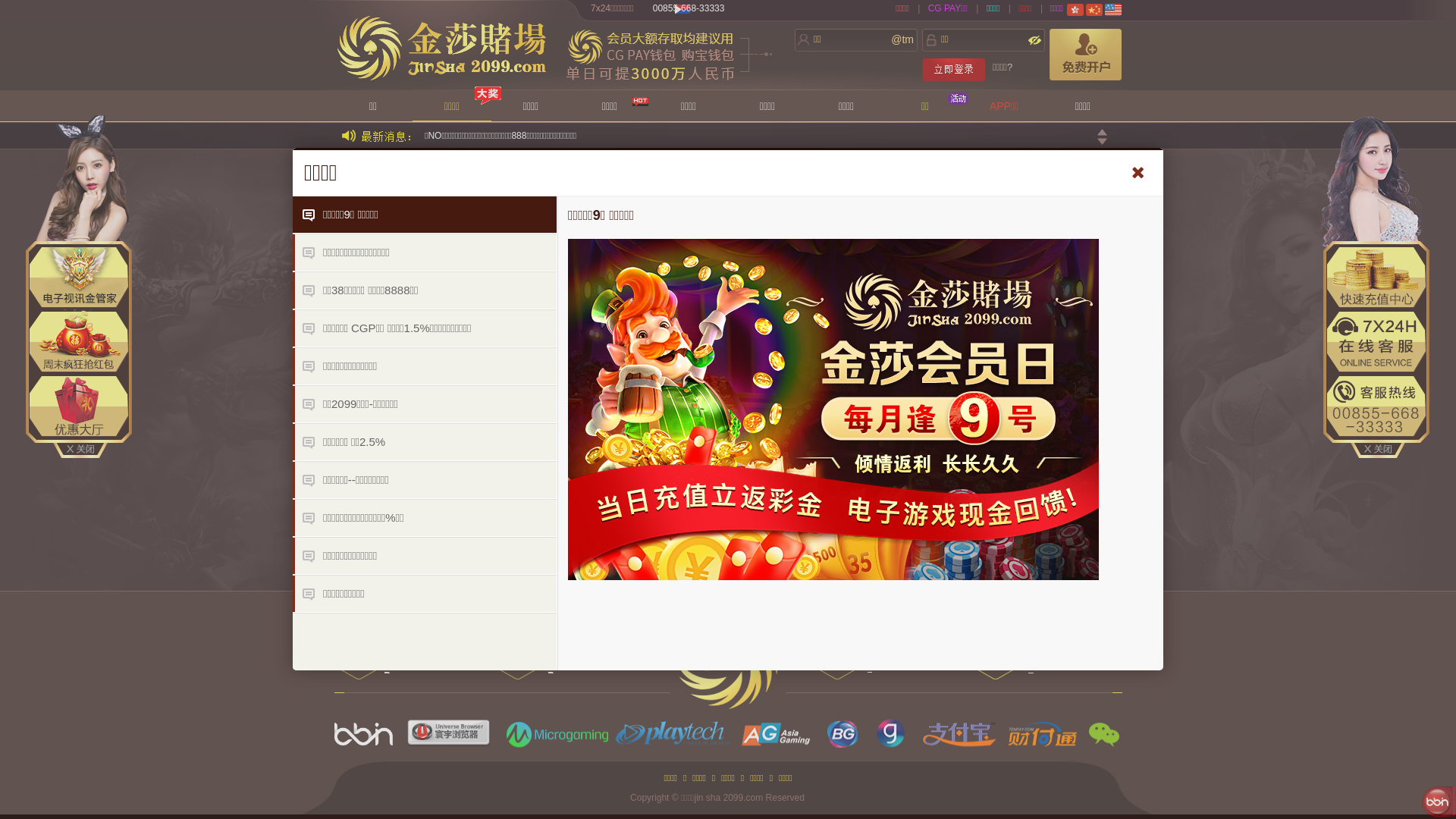 This screenshot has width=1456, height=819. What do you see at coordinates (1113, 9) in the screenshot?
I see `'English'` at bounding box center [1113, 9].